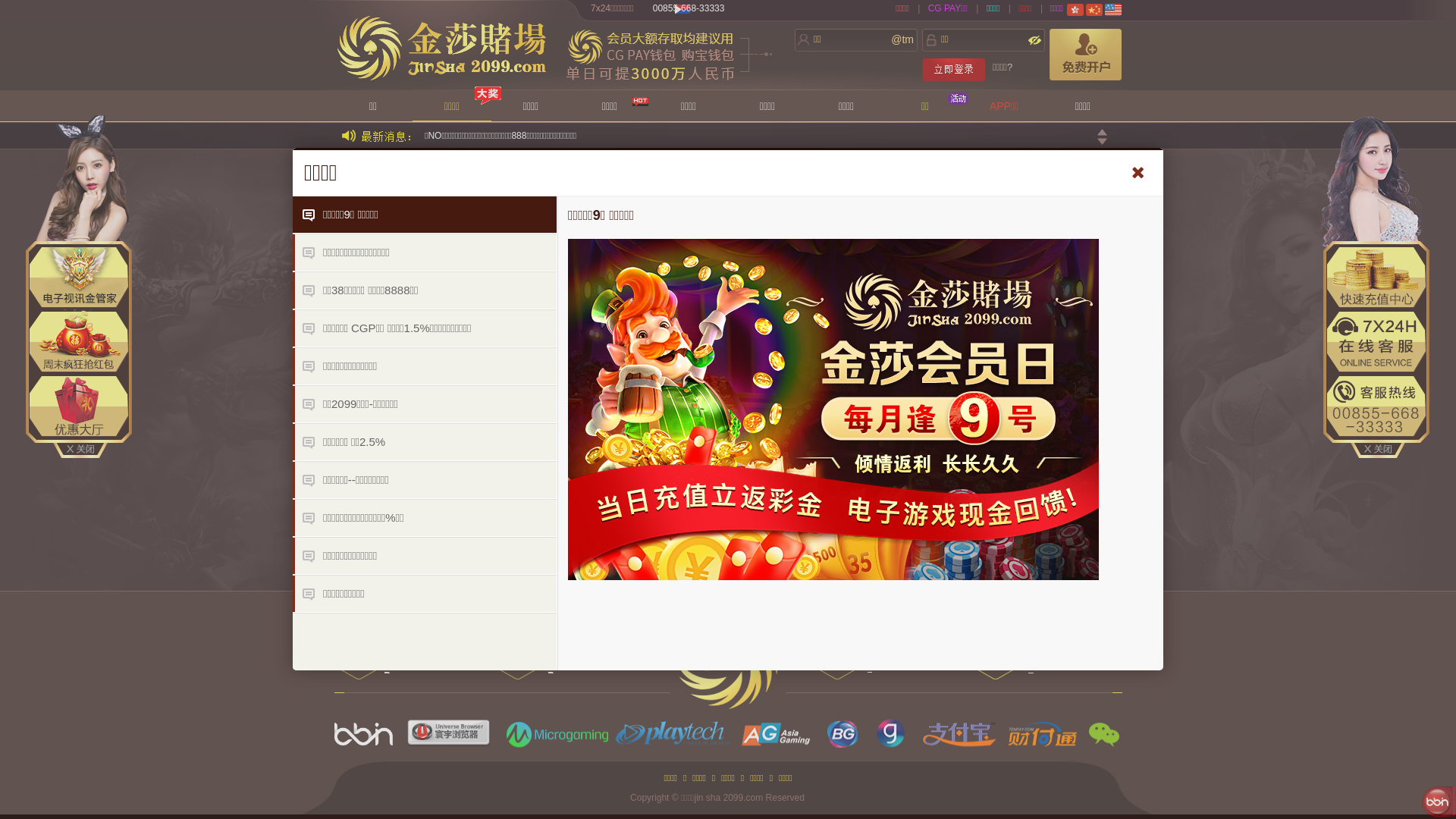 This screenshot has width=1456, height=819. What do you see at coordinates (1113, 9) in the screenshot?
I see `'English'` at bounding box center [1113, 9].